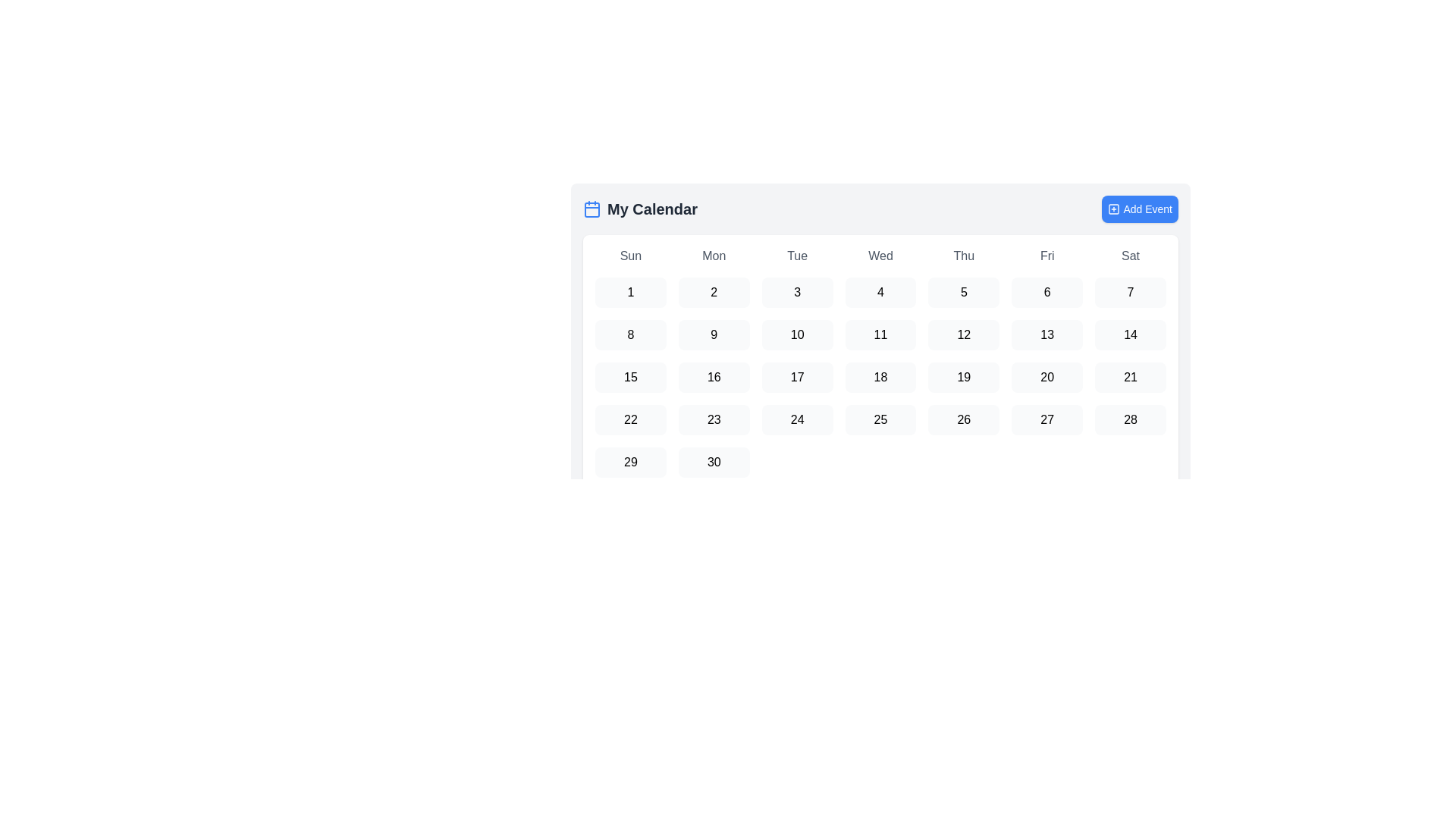 The height and width of the screenshot is (819, 1456). I want to click on the Calendar Day Cell displaying the number '18', so click(880, 376).